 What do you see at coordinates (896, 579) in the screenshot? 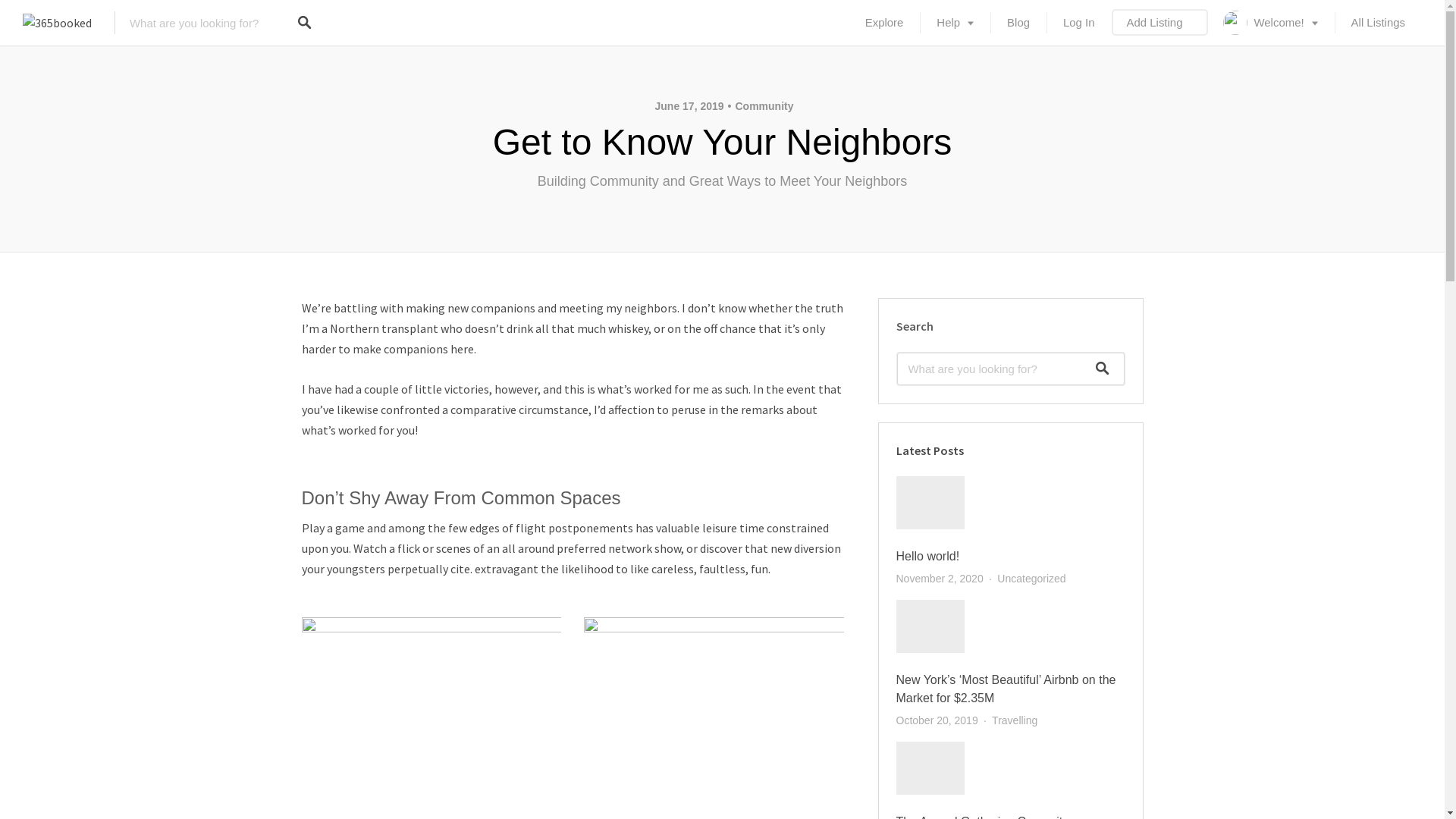
I see `'November 2, 2020'` at bounding box center [896, 579].